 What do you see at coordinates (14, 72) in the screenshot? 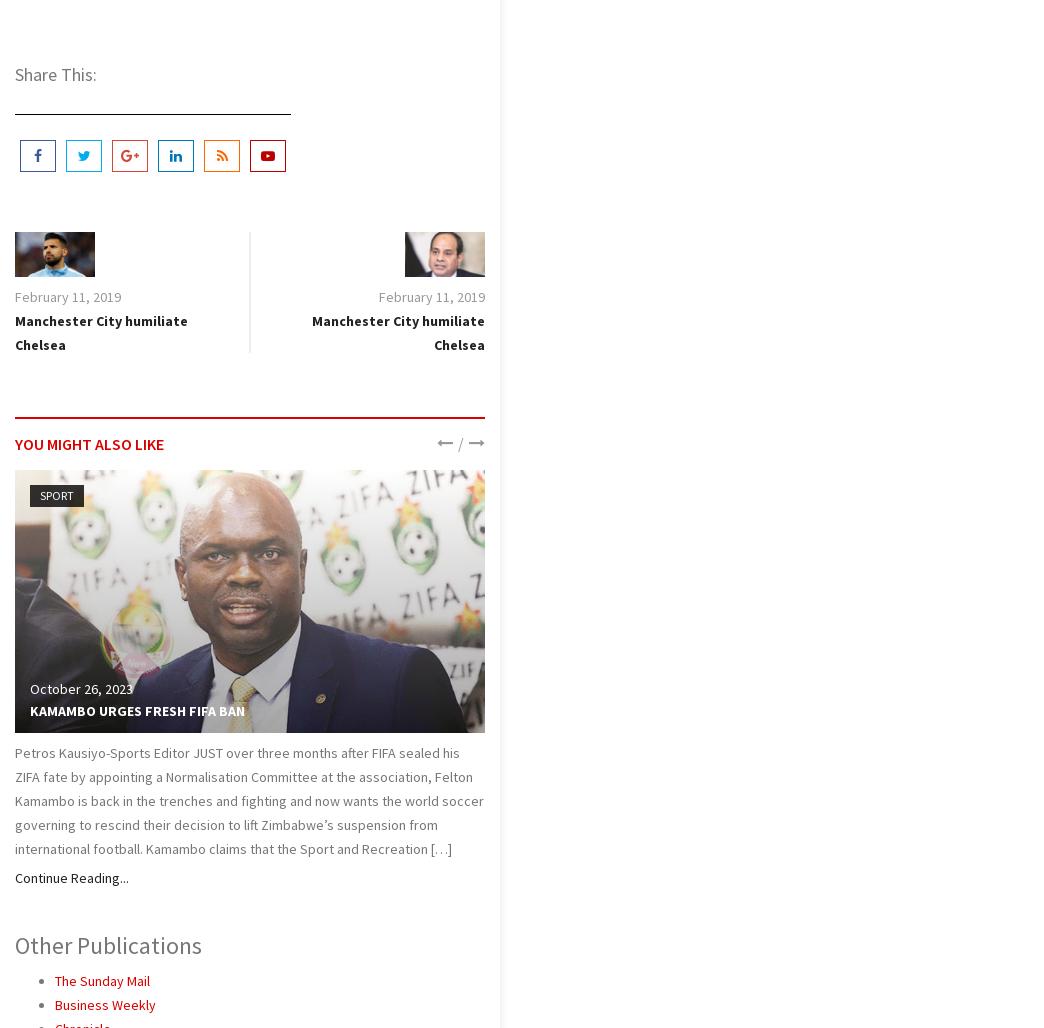
I see `'Share This:'` at bounding box center [14, 72].